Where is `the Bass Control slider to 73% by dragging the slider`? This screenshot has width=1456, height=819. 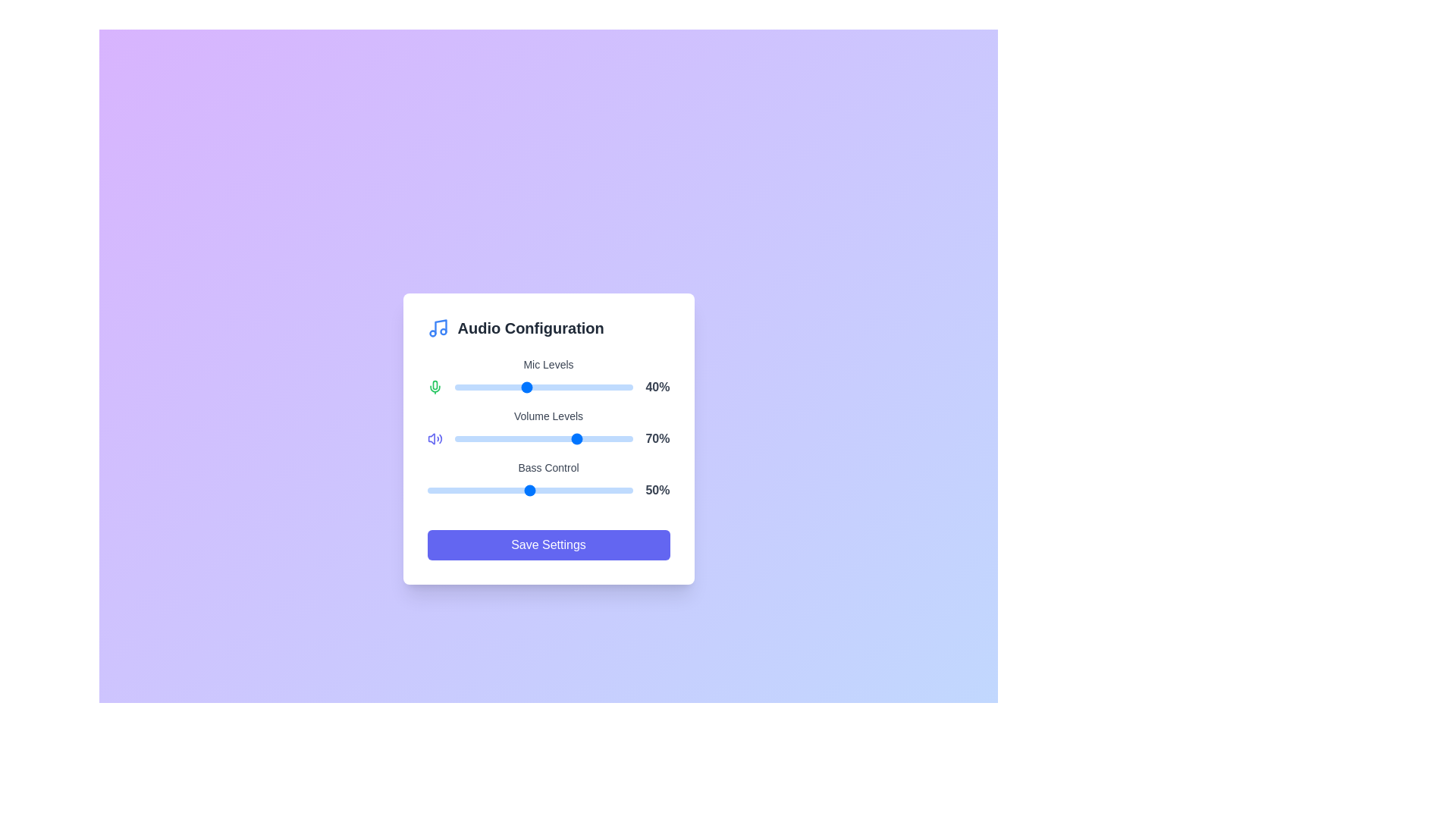
the Bass Control slider to 73% by dragging the slider is located at coordinates (577, 491).